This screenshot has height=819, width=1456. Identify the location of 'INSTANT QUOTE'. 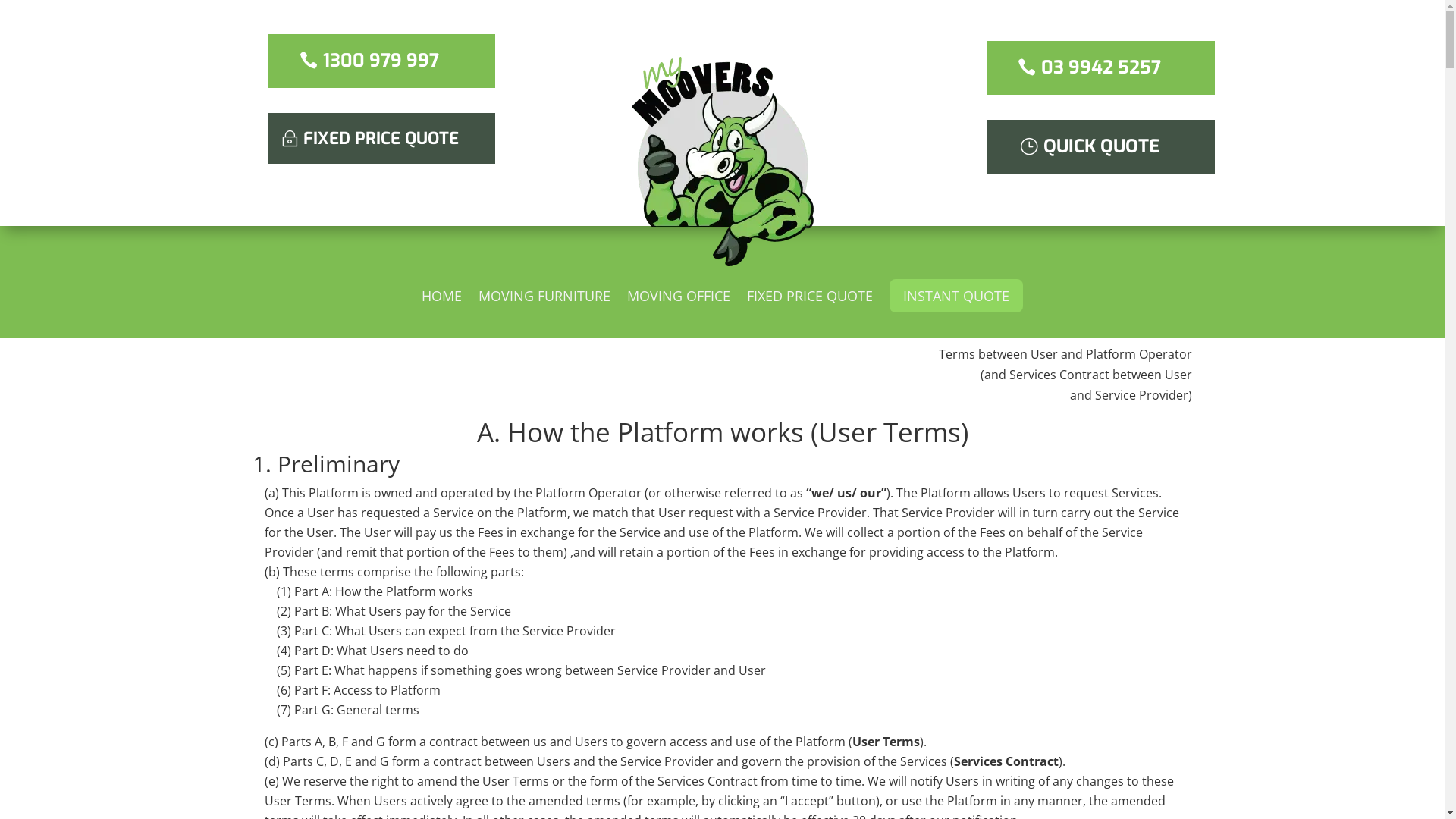
(955, 295).